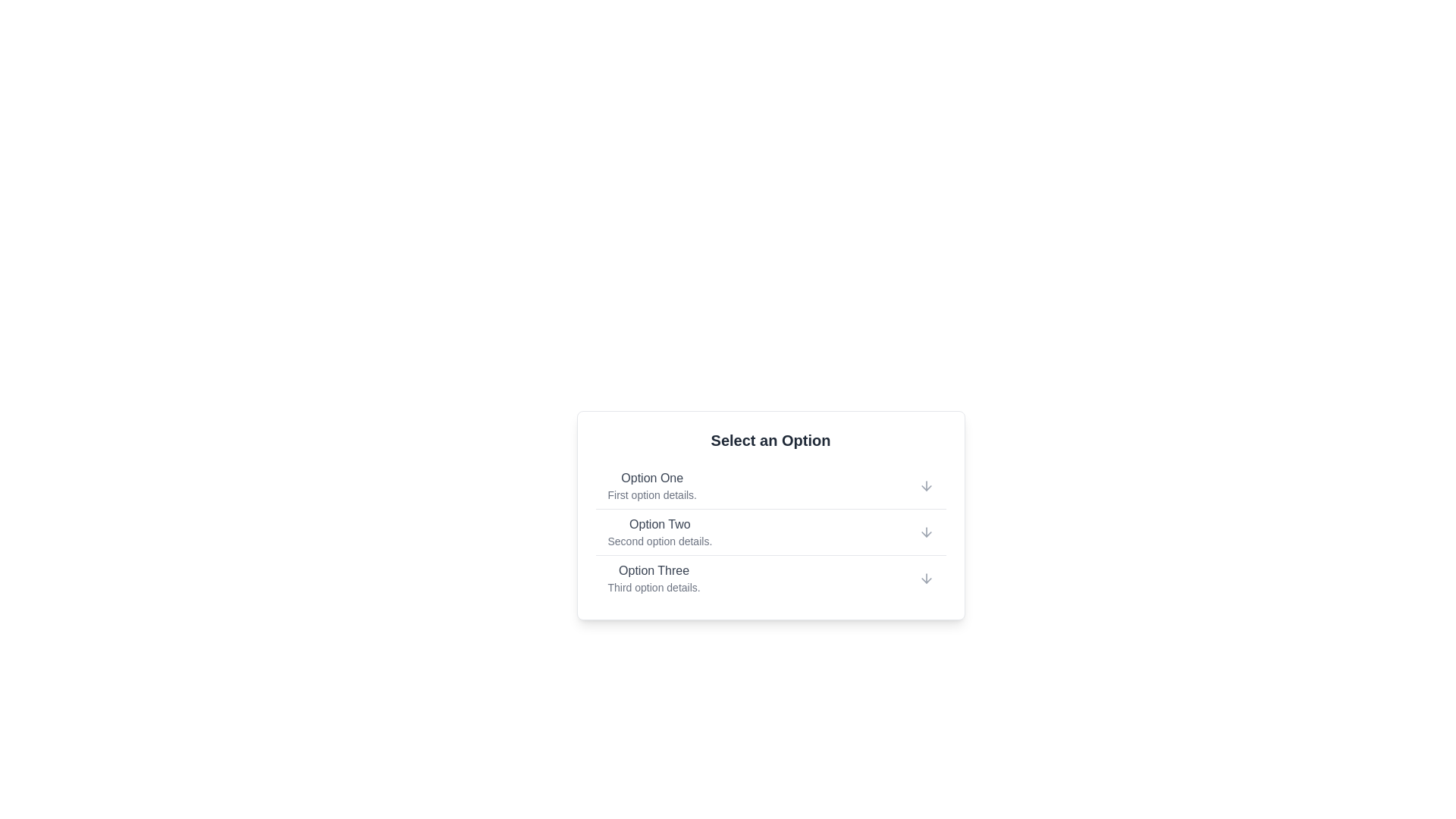 The height and width of the screenshot is (819, 1456). What do you see at coordinates (654, 570) in the screenshot?
I see `the text label 'Option Three' which is styled in gray and located within the menu options structure, positioned below 'Option Two'` at bounding box center [654, 570].